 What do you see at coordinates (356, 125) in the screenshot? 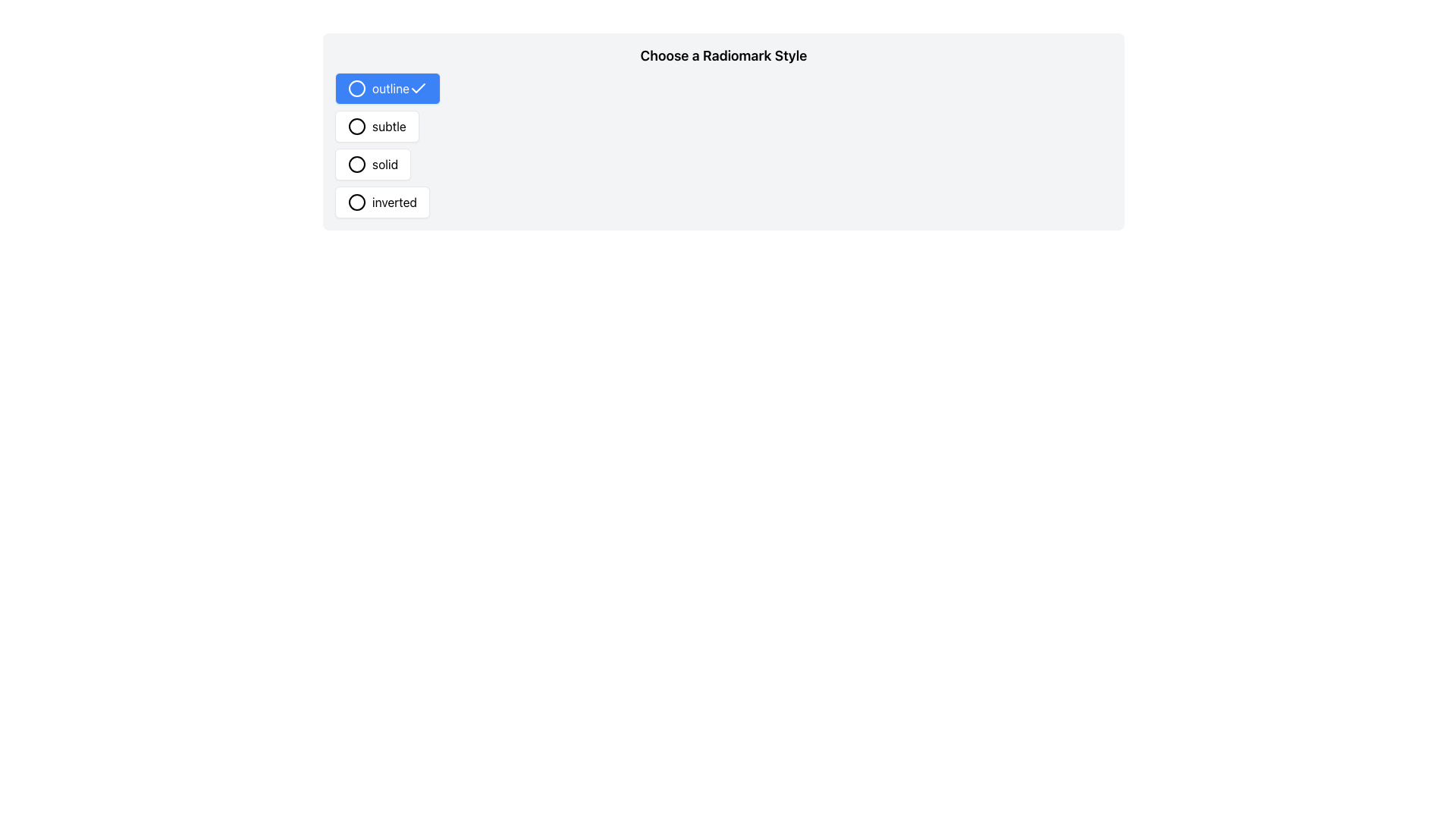
I see `the SVG circle element of the radio button labeled 'subtle', which is part of a vertical list of options` at bounding box center [356, 125].